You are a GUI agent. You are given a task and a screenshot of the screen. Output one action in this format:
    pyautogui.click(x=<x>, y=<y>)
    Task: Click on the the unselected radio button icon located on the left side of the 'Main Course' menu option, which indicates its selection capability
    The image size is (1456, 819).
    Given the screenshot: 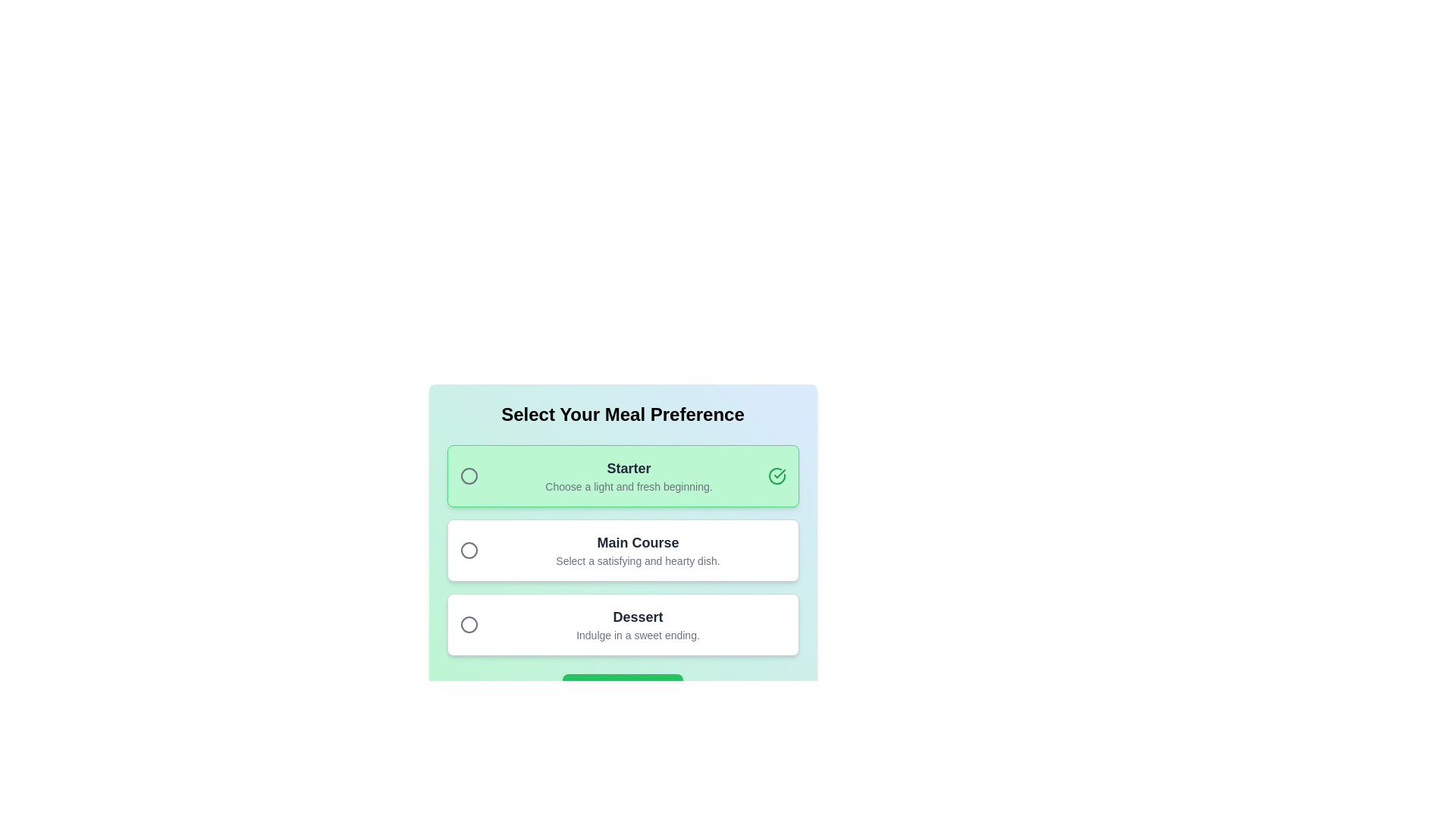 What is the action you would take?
    pyautogui.click(x=468, y=550)
    